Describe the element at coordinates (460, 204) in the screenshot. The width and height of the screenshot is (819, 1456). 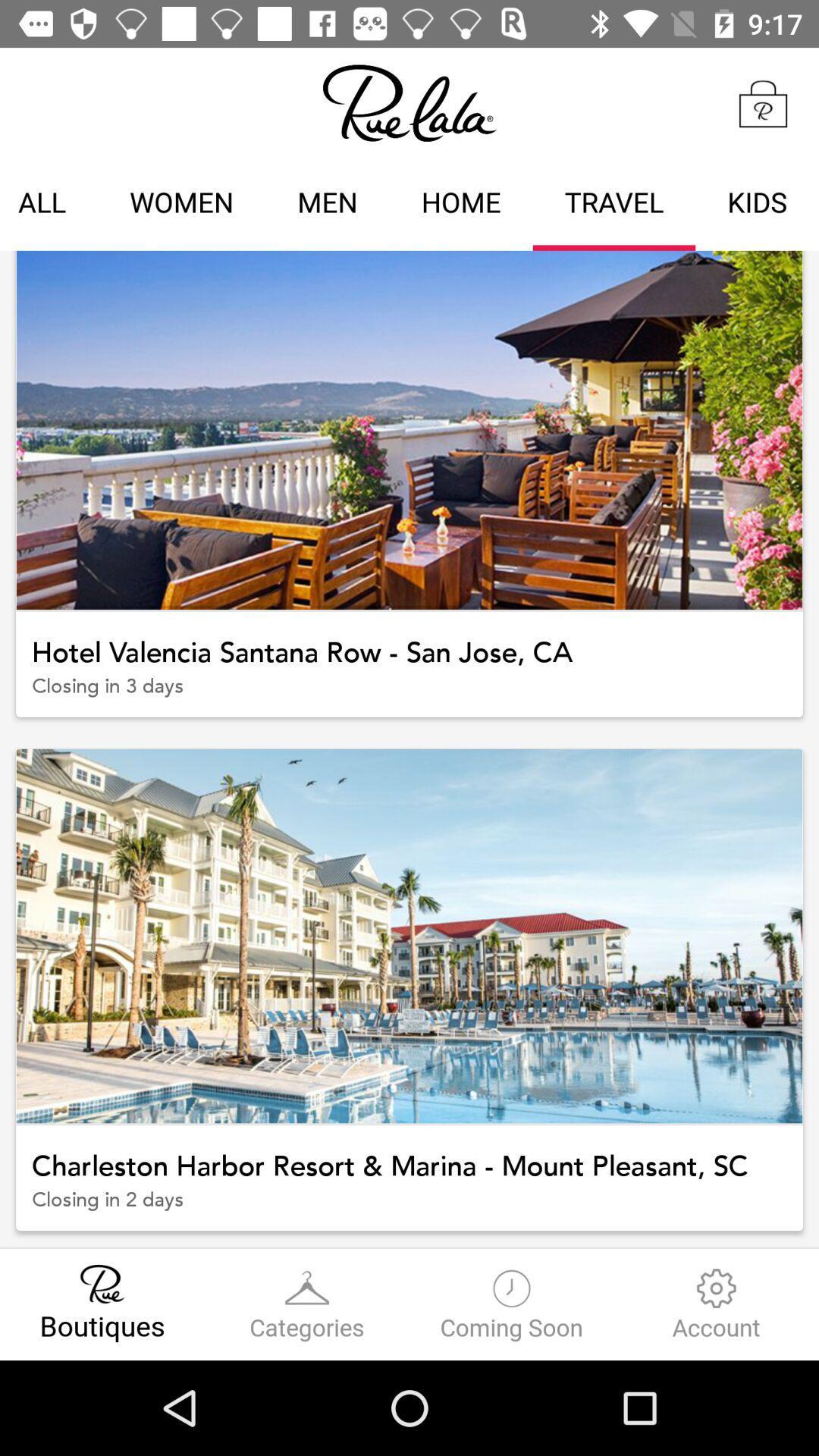
I see `icon to the left of travel` at that location.